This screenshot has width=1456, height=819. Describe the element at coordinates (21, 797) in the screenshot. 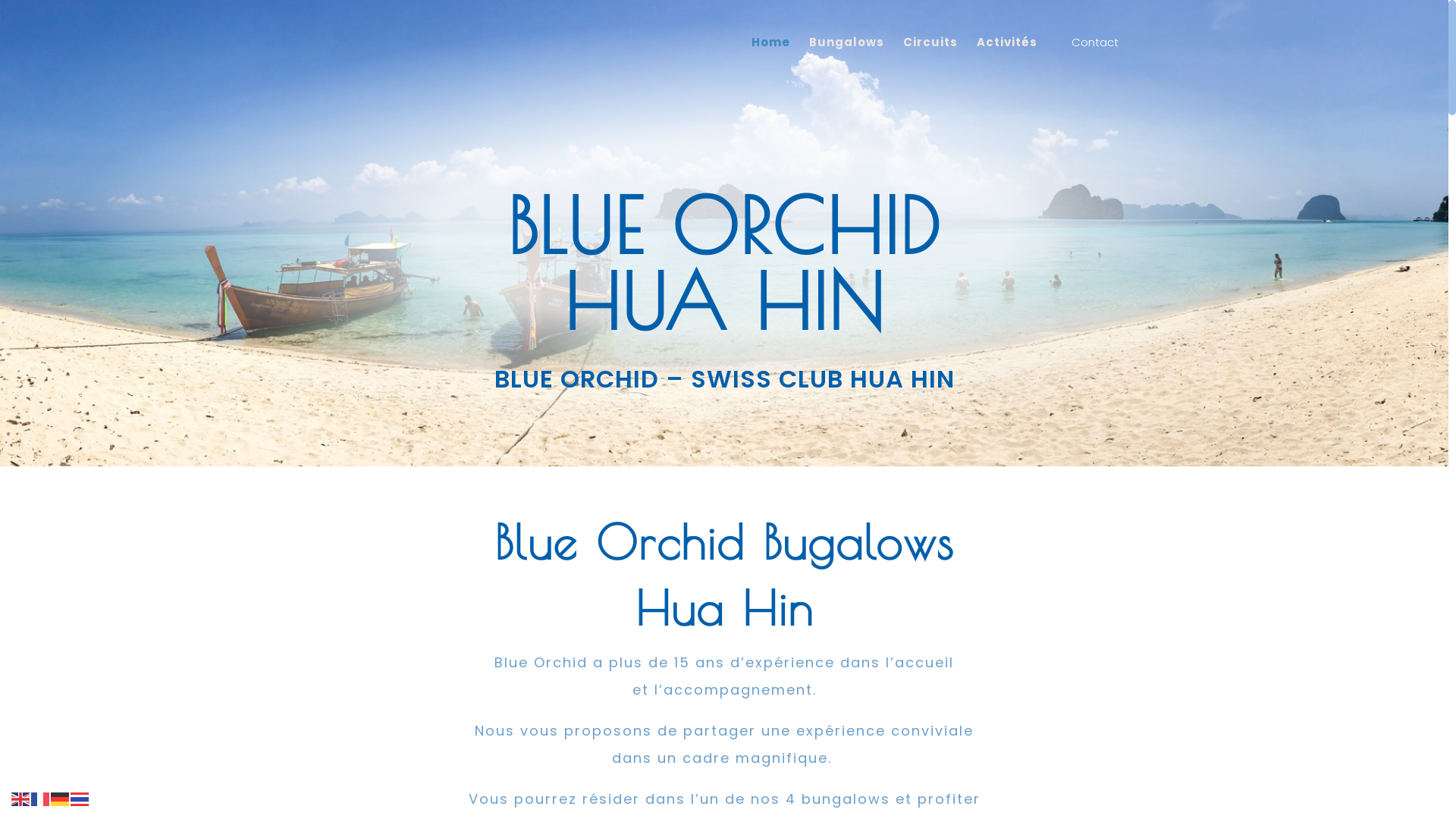

I see `'English'` at that location.